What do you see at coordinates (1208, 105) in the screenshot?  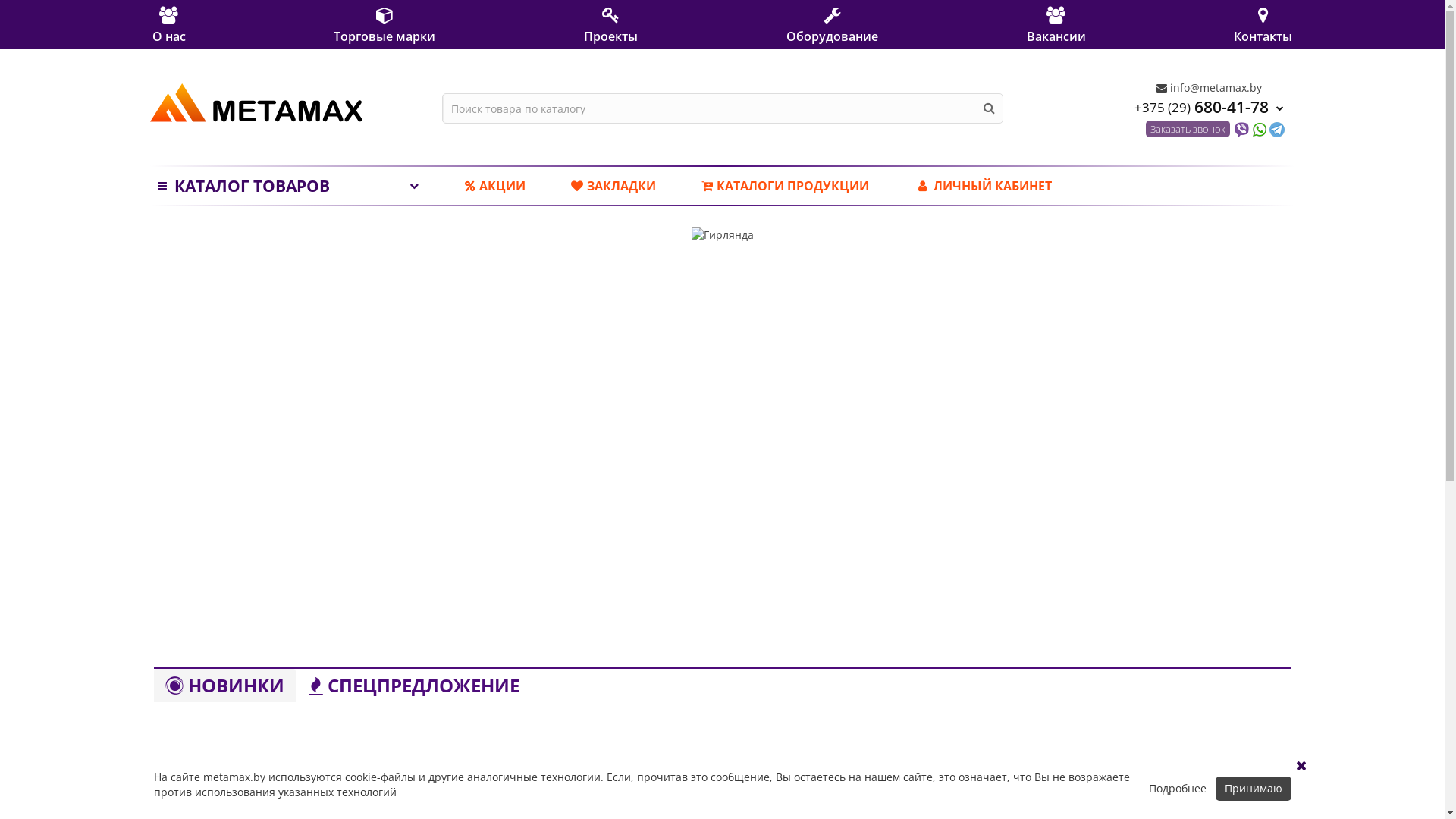 I see `'+375 (29) 680-41-78'` at bounding box center [1208, 105].